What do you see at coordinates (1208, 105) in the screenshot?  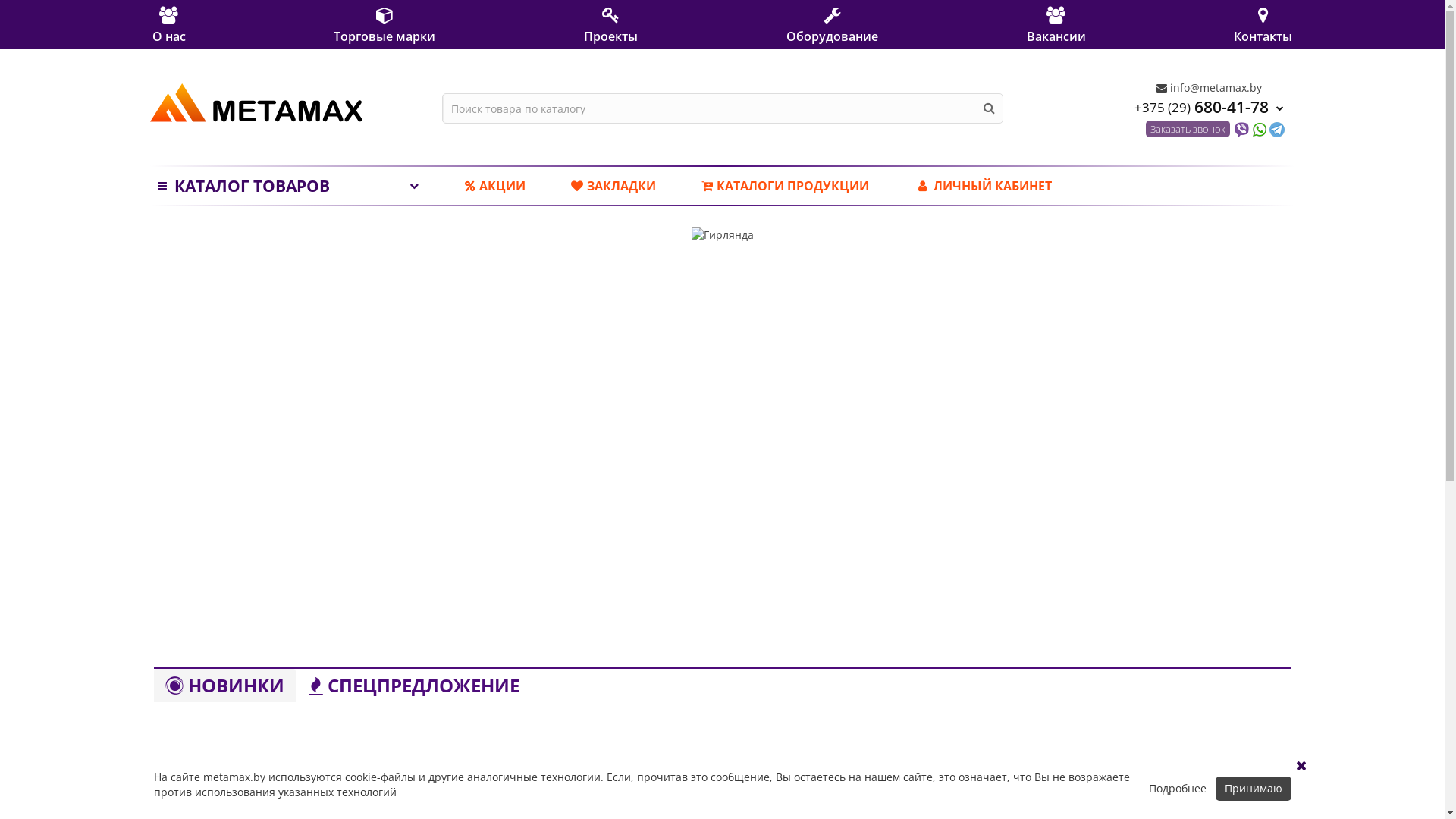 I see `'+375 (29) 680-41-78'` at bounding box center [1208, 105].